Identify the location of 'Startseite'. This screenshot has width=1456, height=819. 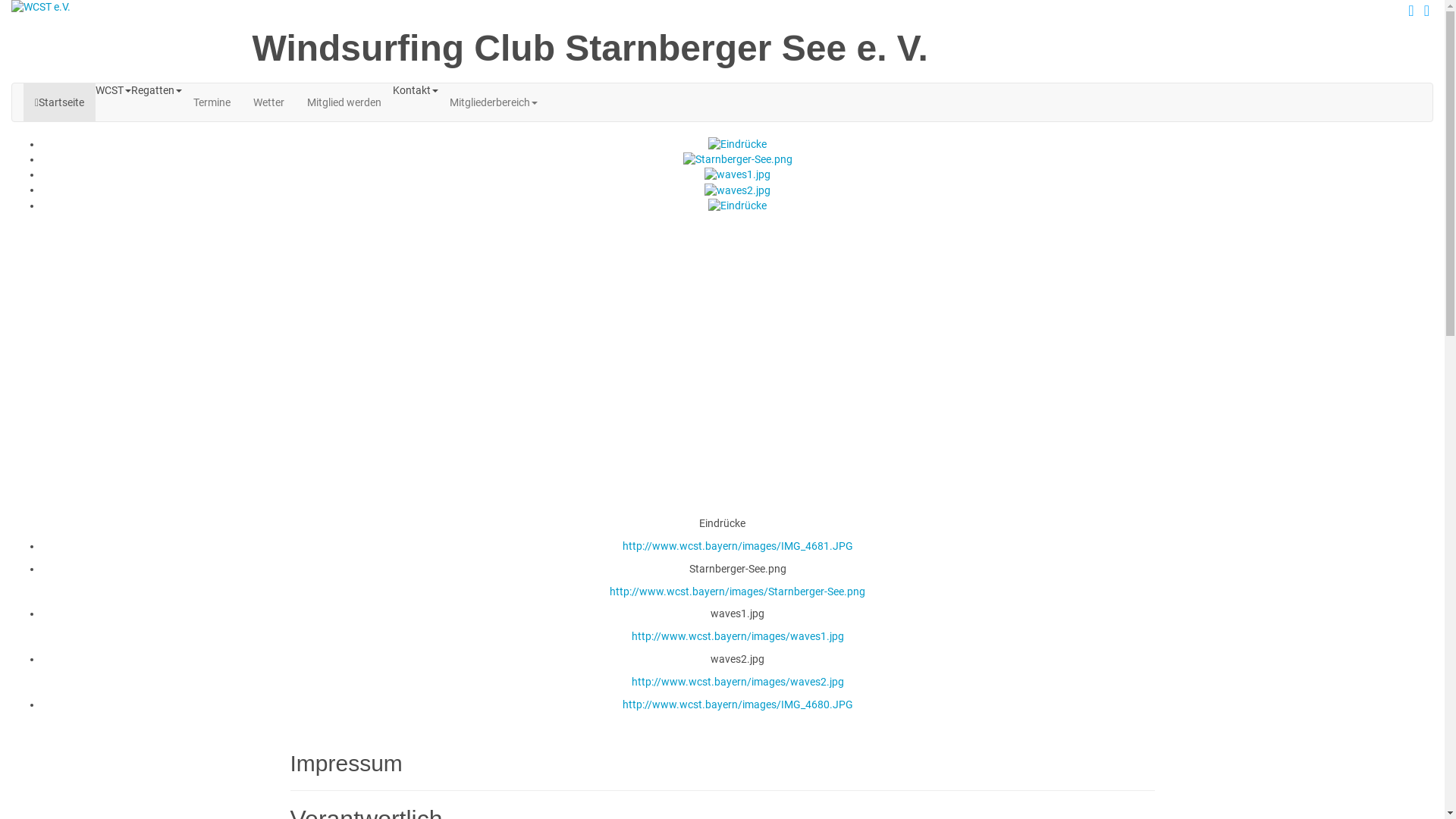
(59, 102).